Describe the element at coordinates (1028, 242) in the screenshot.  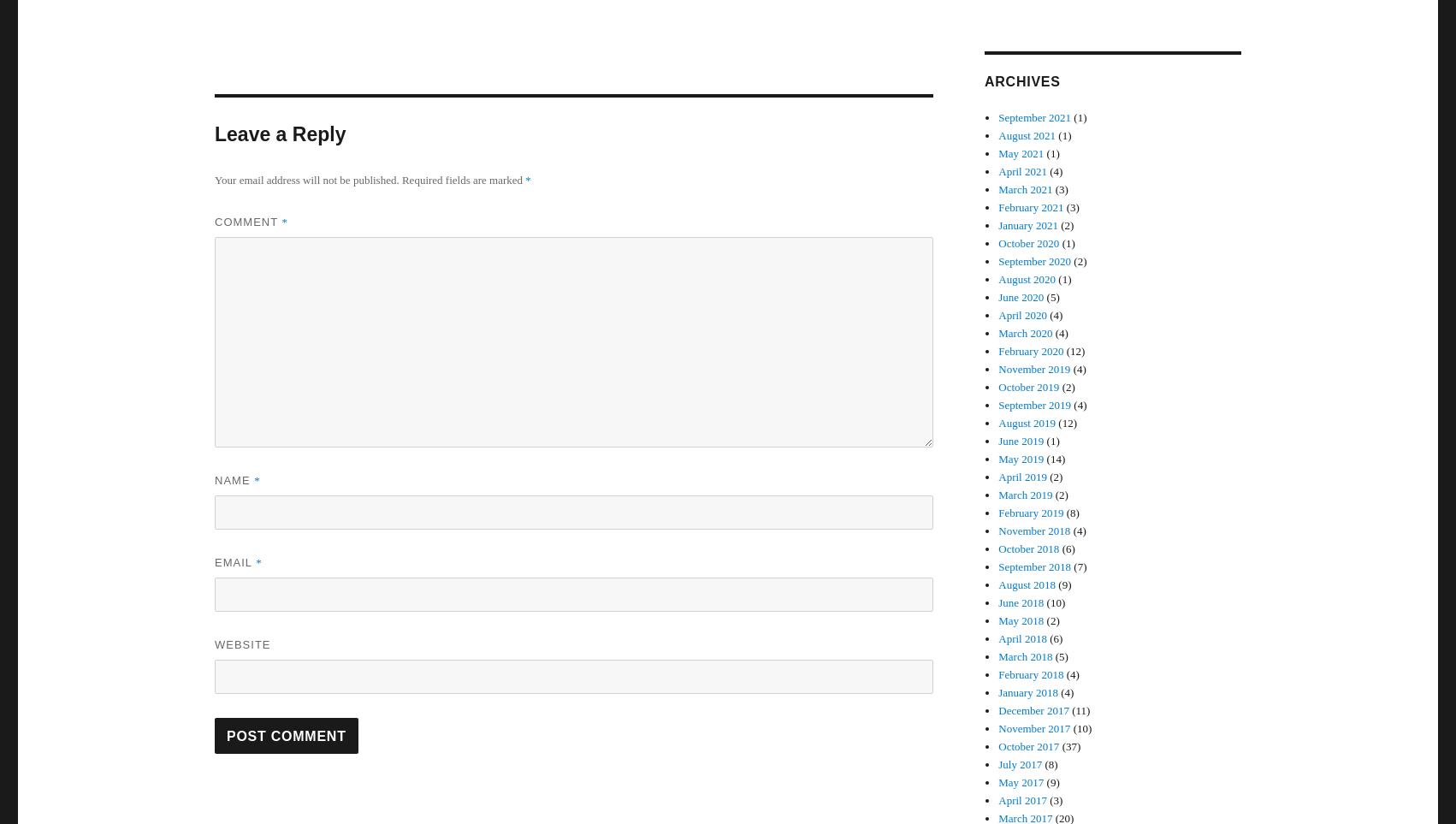
I see `'October 2020'` at that location.